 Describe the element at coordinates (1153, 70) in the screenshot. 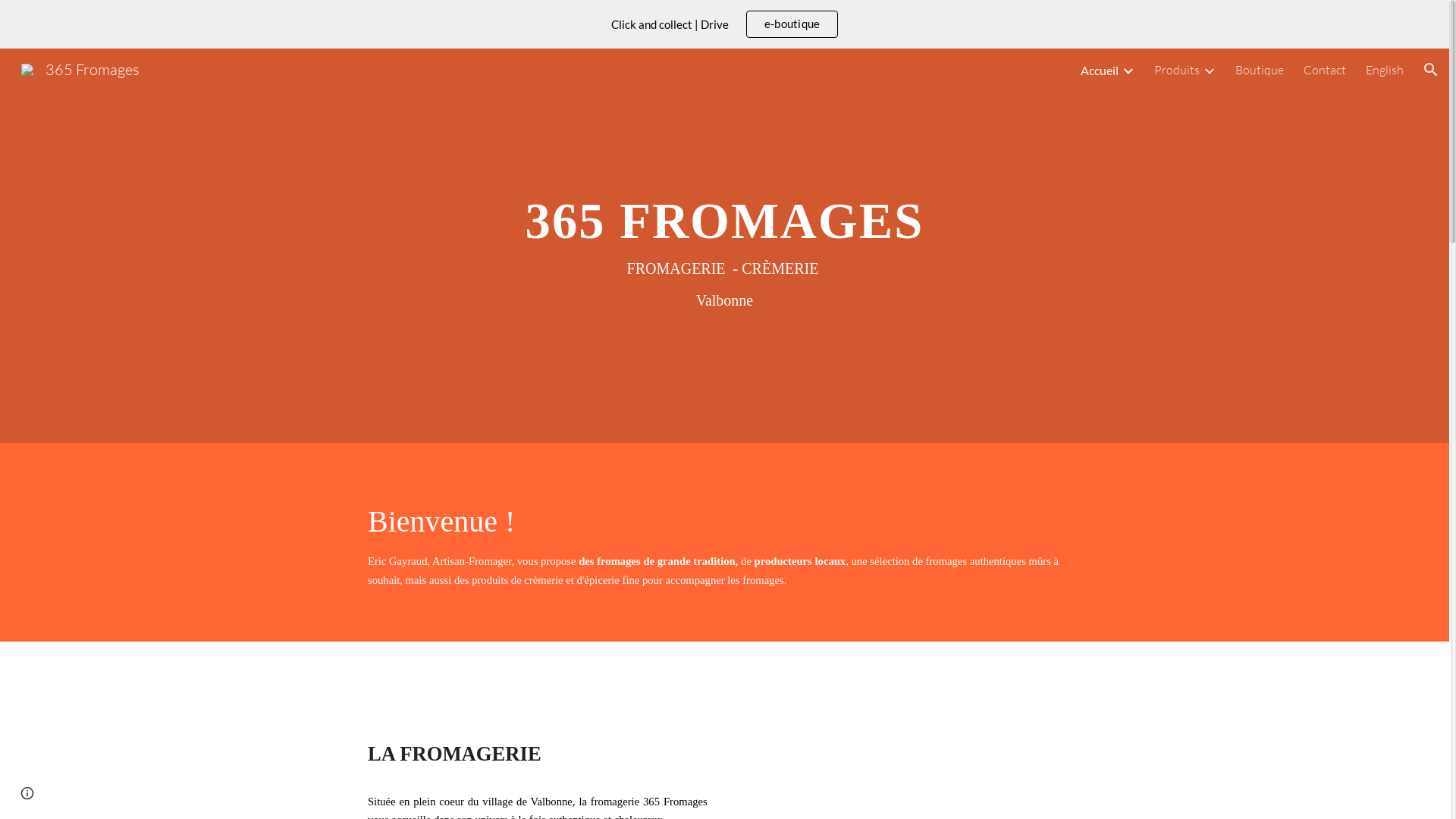

I see `'Produits'` at that location.